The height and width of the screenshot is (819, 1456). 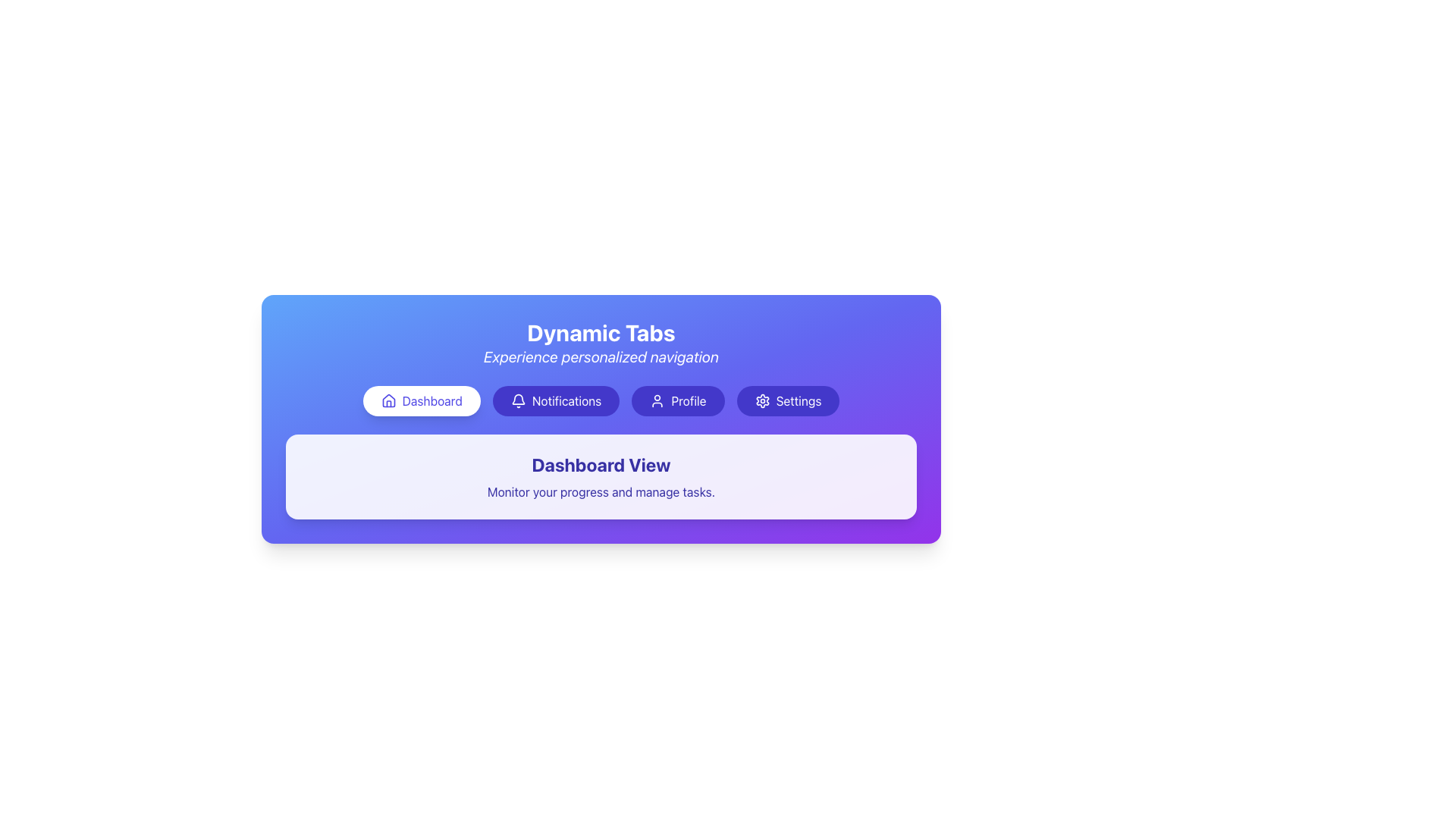 I want to click on the cogwheel-shaped settings icon located in the top right portion of the application's main navigation bar, so click(x=762, y=400).